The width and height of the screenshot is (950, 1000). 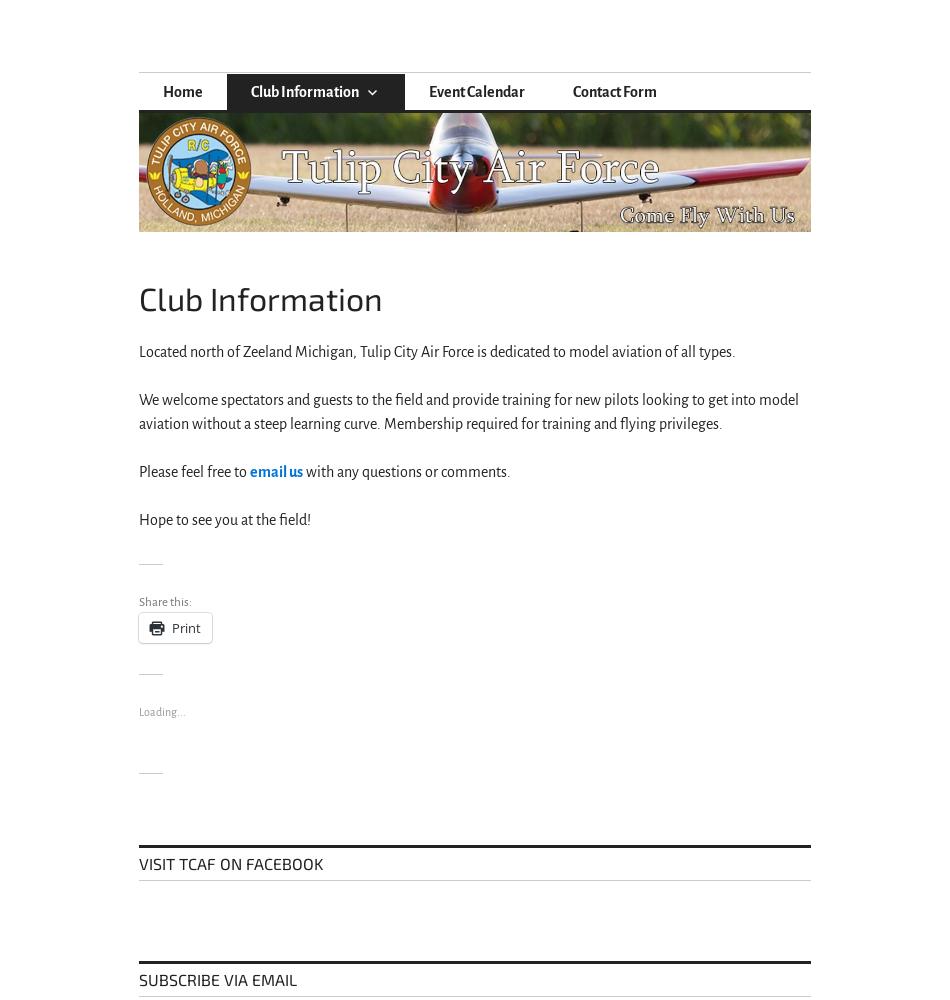 What do you see at coordinates (138, 351) in the screenshot?
I see `'Located north of Zeeland Michigan, Tulip City Air Force is dedicated to model aviation of all types.'` at bounding box center [138, 351].